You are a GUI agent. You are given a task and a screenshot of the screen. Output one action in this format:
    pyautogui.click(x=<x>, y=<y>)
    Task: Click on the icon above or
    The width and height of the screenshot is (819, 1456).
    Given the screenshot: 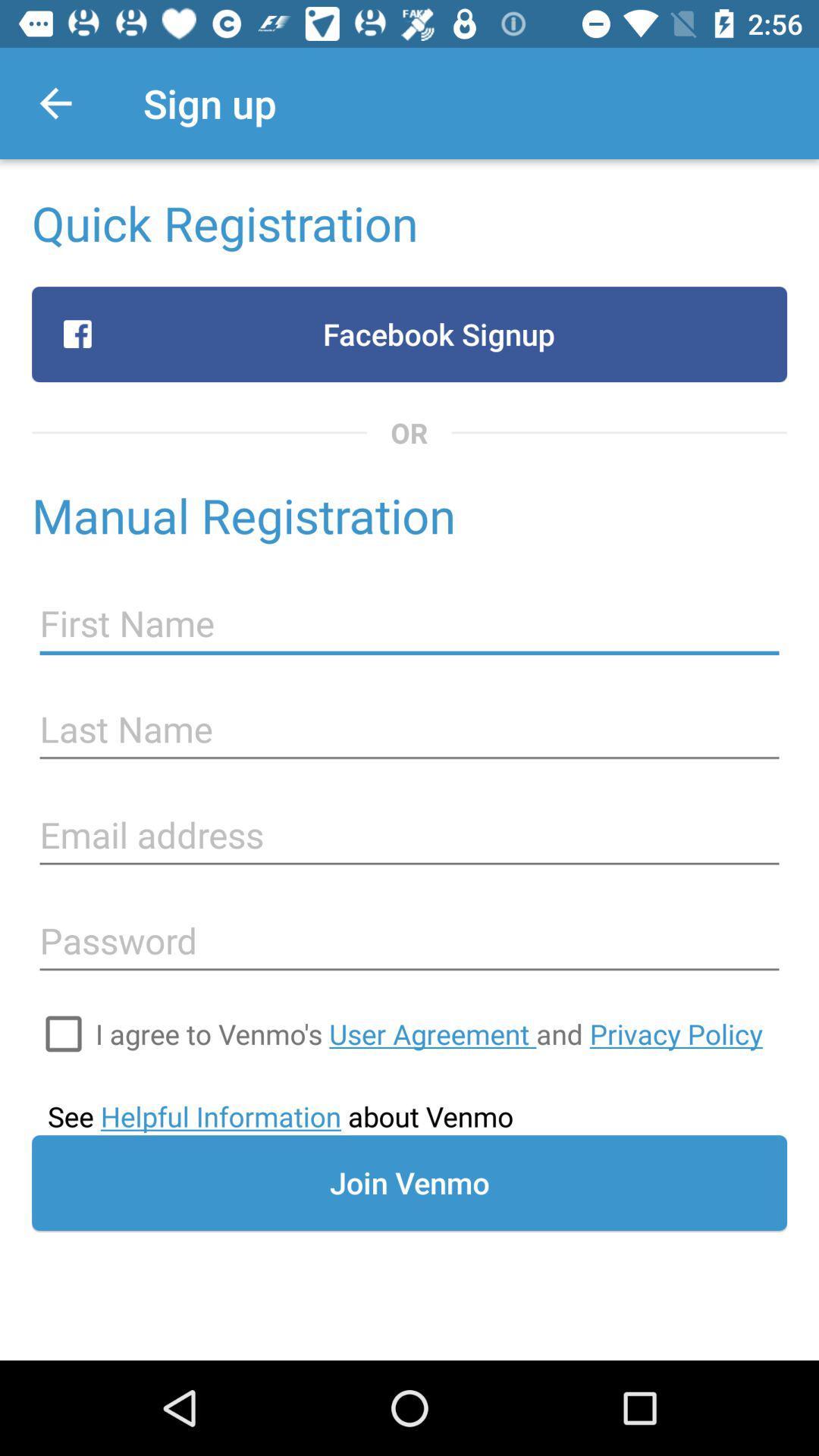 What is the action you would take?
    pyautogui.click(x=409, y=334)
    